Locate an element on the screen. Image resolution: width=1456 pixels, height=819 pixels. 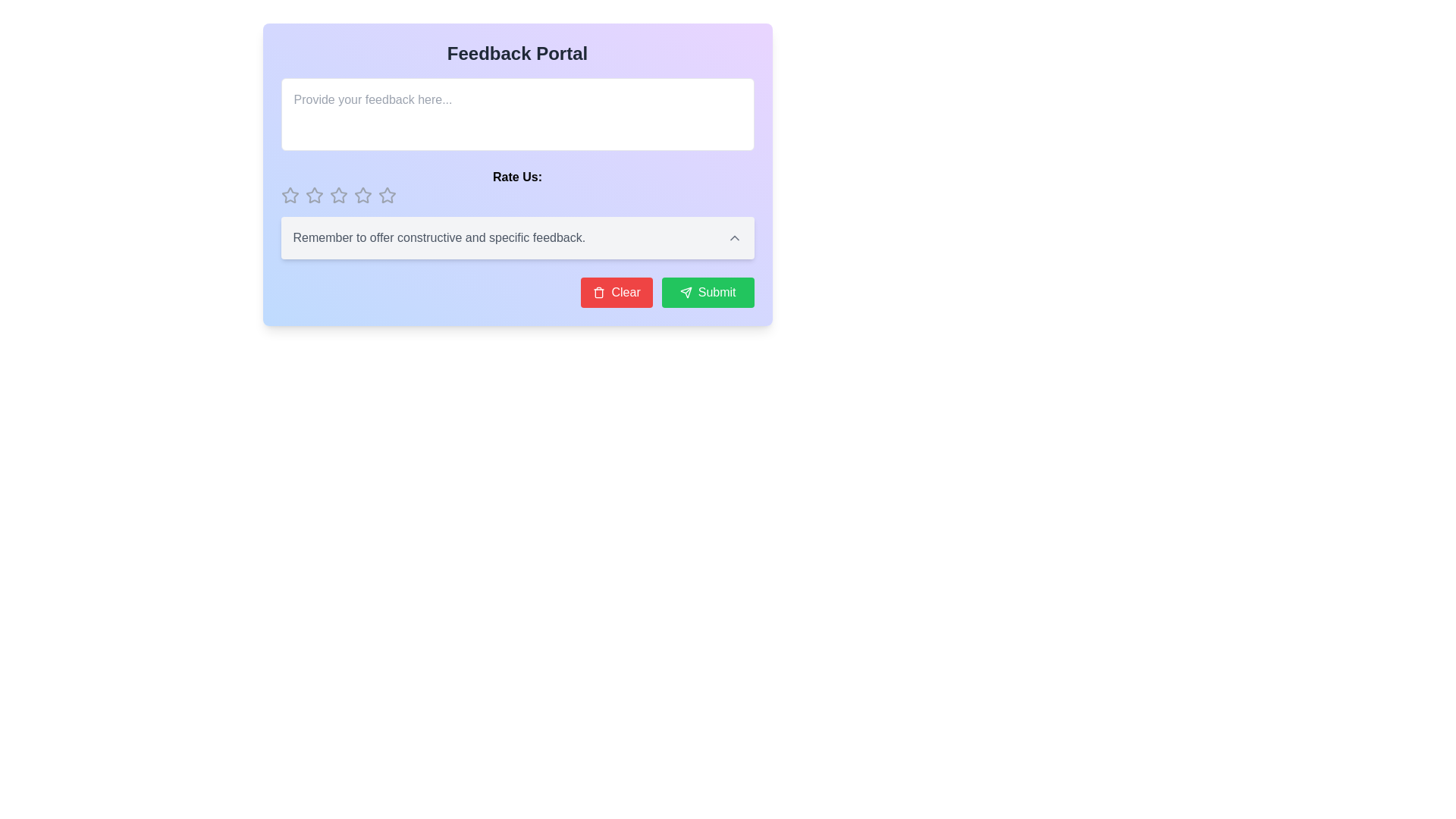
the green 'Submit' button with white text and a send icon is located at coordinates (707, 292).